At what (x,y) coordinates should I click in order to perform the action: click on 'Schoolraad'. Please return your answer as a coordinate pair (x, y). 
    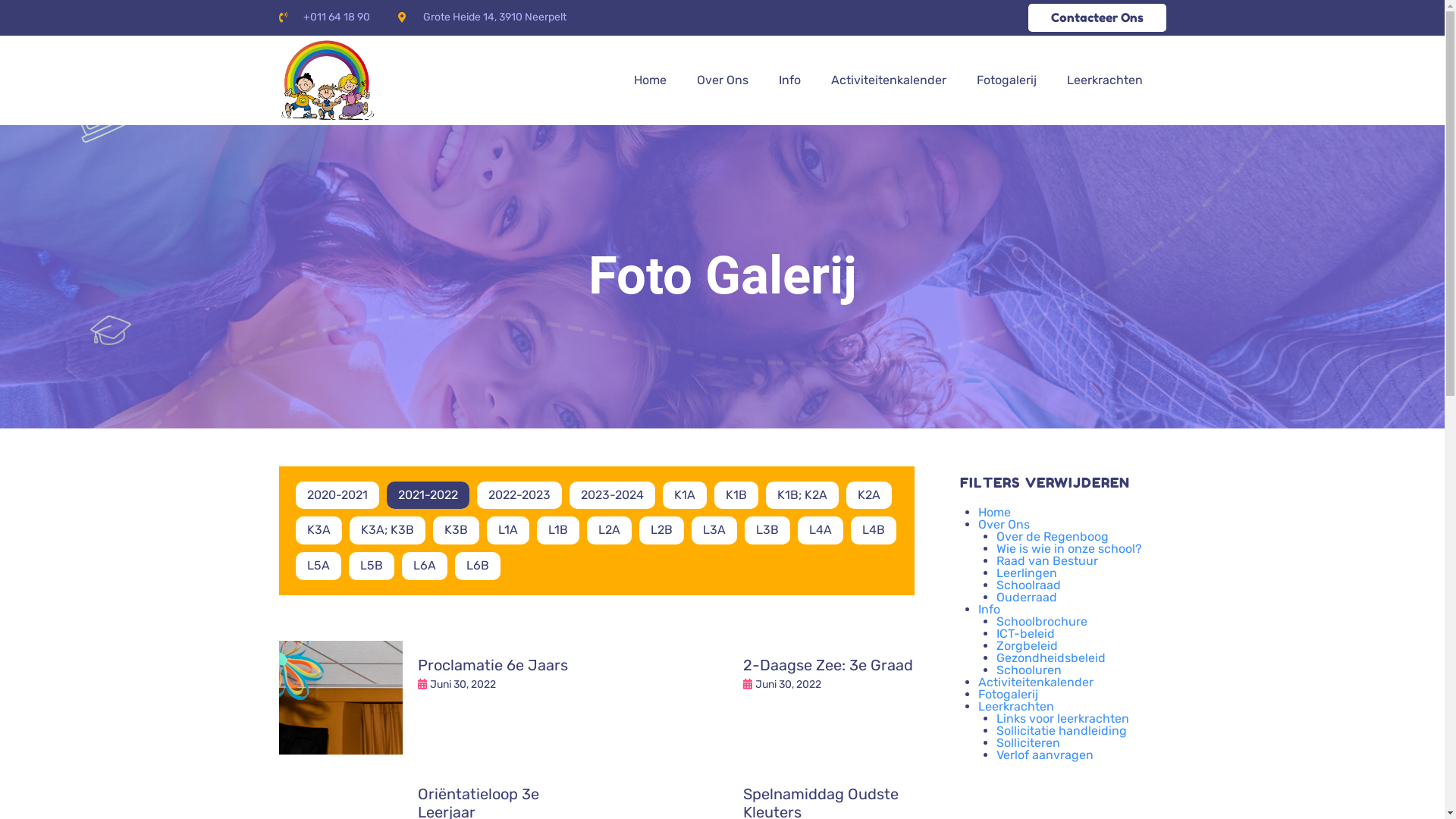
    Looking at the image, I should click on (996, 584).